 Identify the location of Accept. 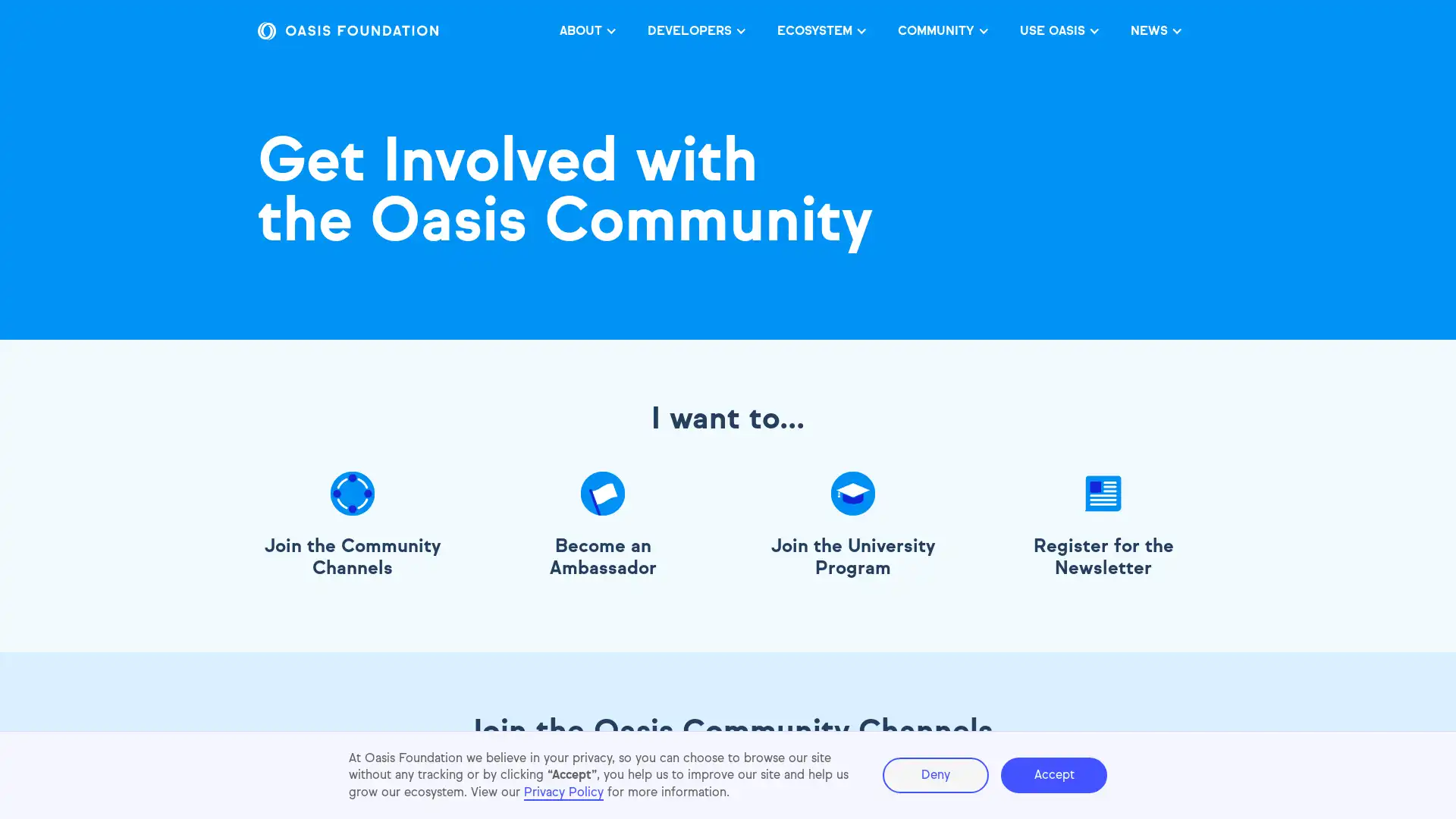
(1053, 775).